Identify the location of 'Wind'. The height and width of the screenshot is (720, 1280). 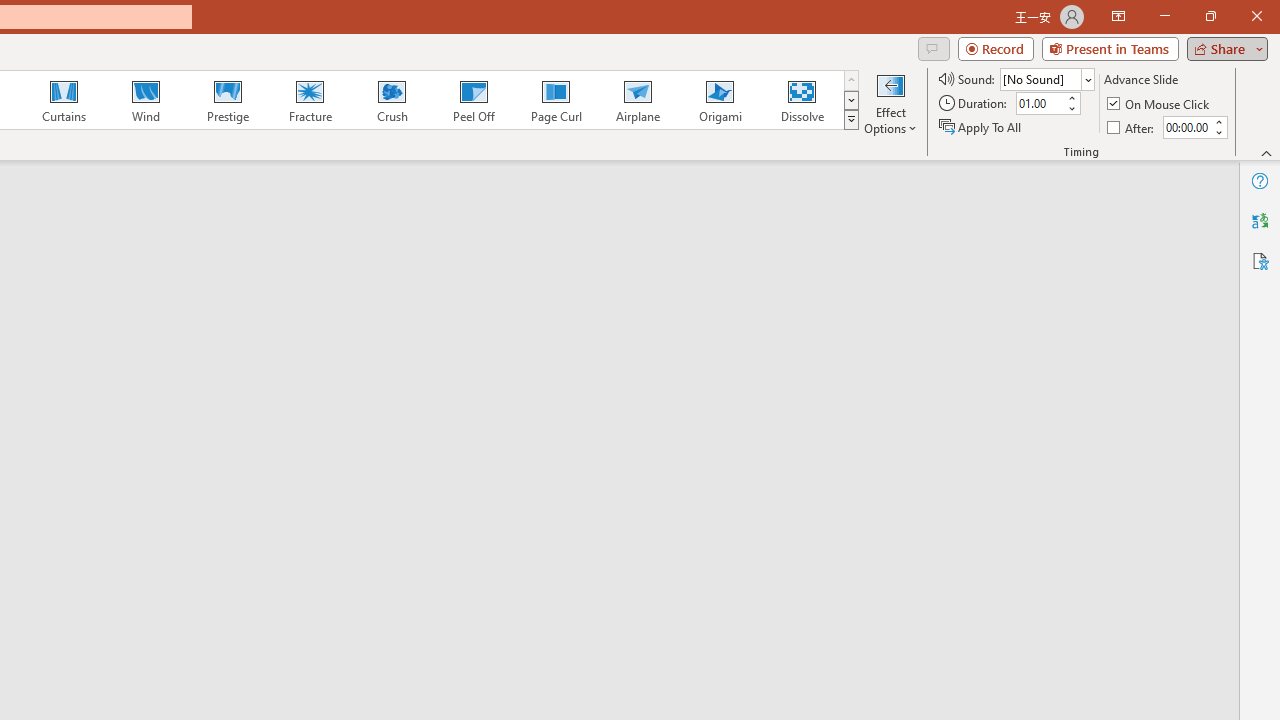
(144, 100).